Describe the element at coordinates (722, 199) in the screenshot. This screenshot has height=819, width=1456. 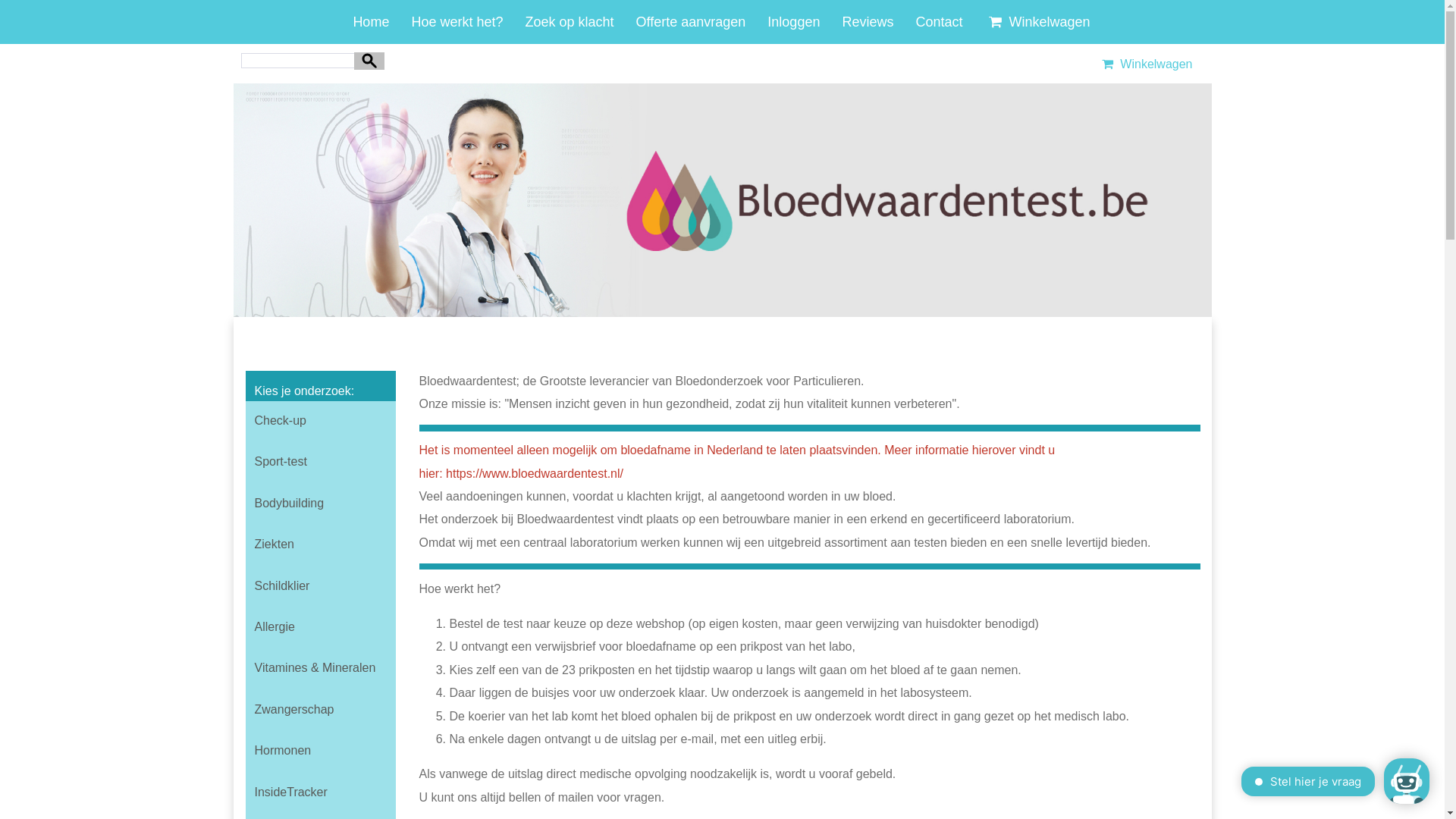
I see `'headerlogogrootbejpg'` at that location.